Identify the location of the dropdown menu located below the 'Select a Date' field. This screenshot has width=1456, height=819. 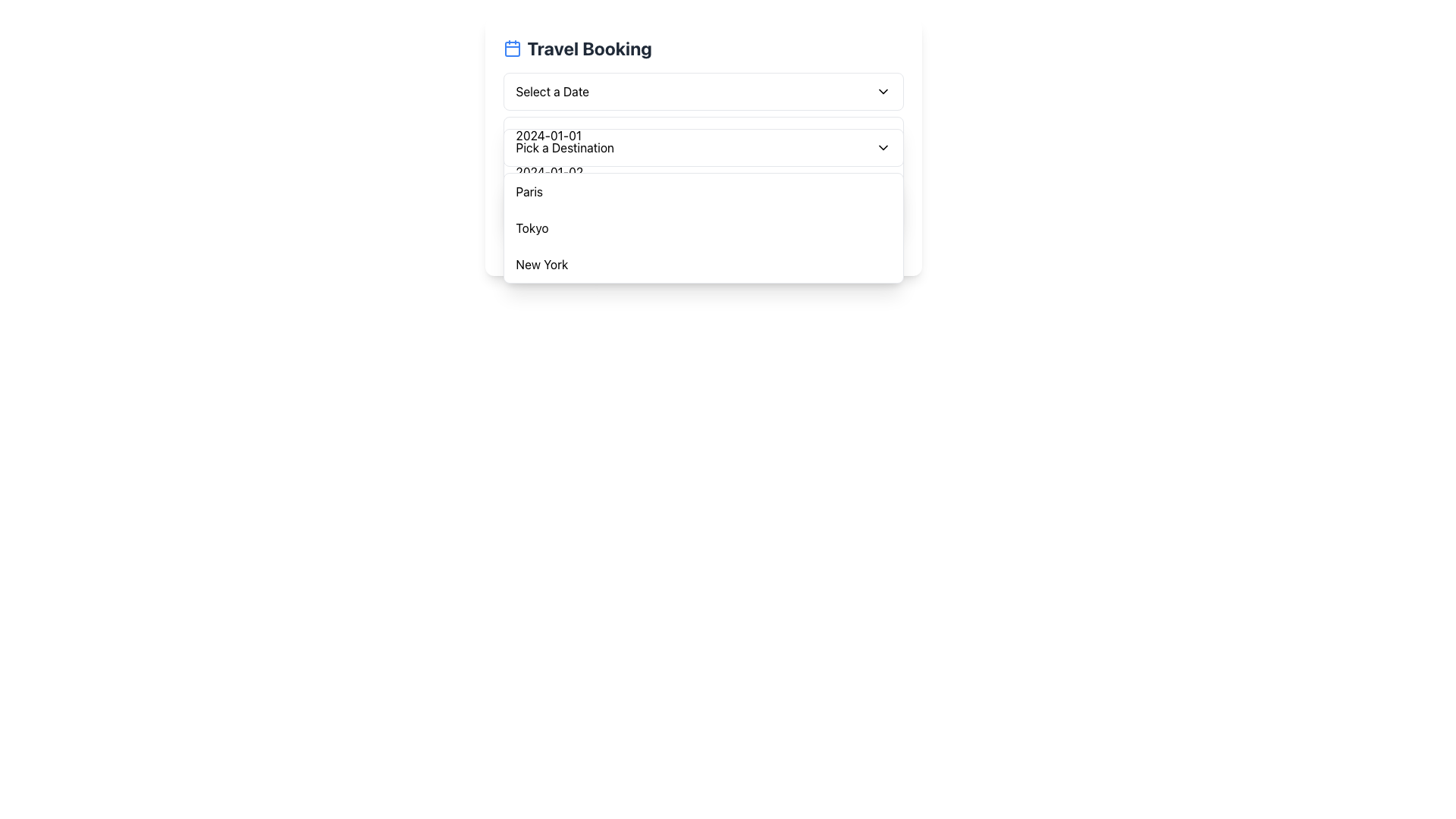
(702, 171).